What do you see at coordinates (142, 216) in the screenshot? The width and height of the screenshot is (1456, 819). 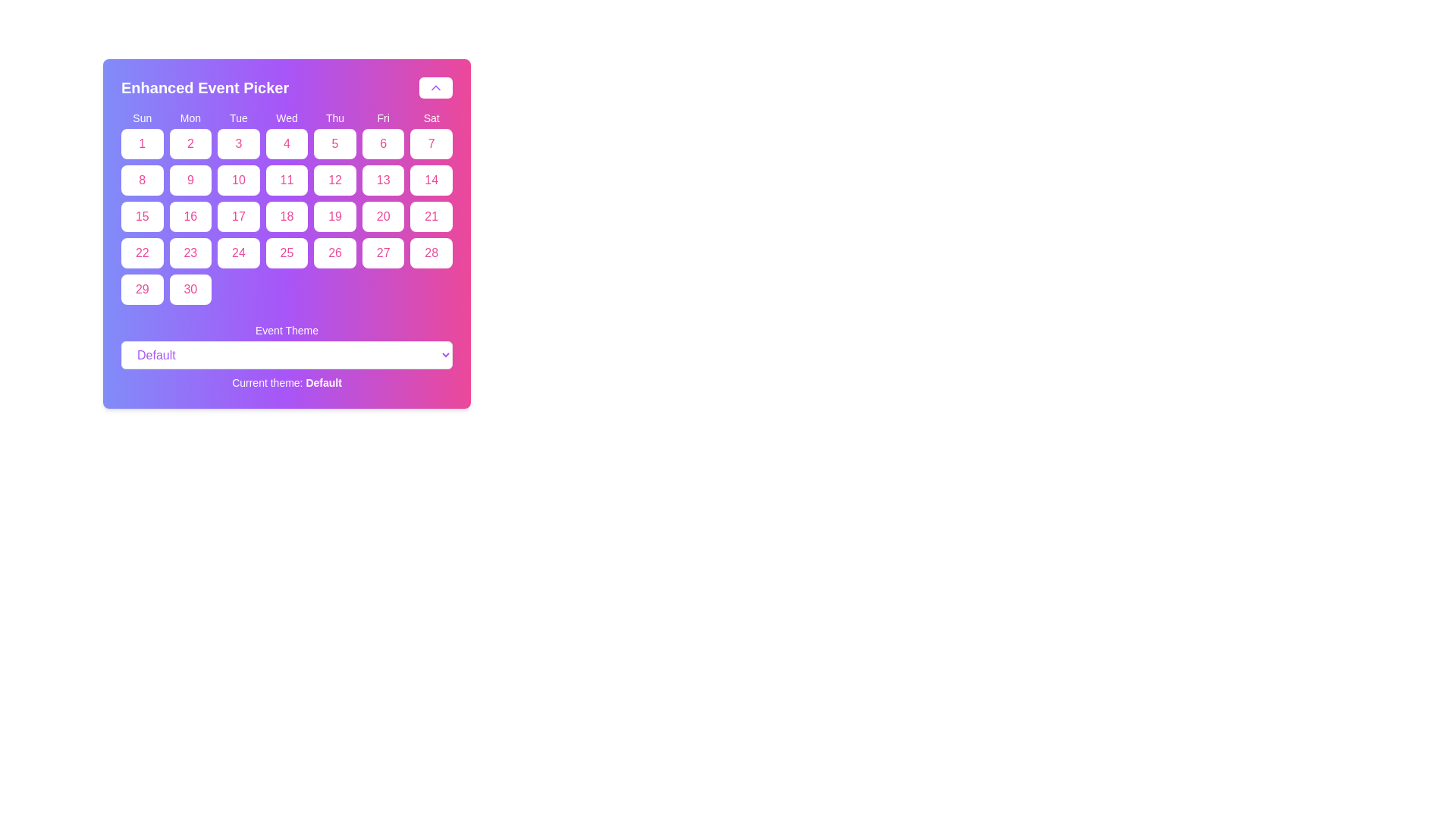 I see `the rounded rectangular button displaying the number '15' in pink color, located` at bounding box center [142, 216].